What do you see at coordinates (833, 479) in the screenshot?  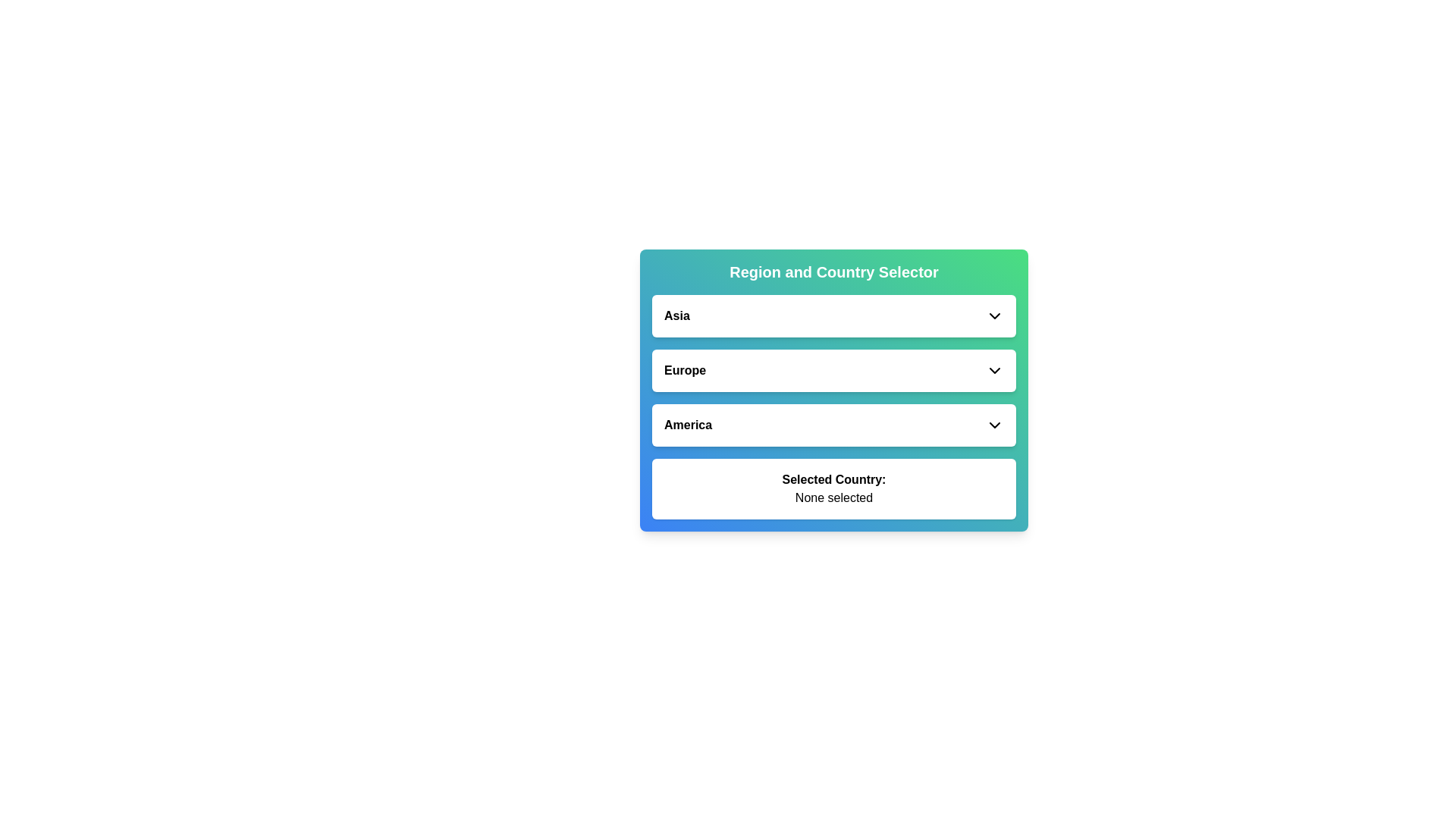 I see `the Text Label indicating the field for the selected country, located in the 'Region and Country Selector' panel, above the text 'None selected'` at bounding box center [833, 479].